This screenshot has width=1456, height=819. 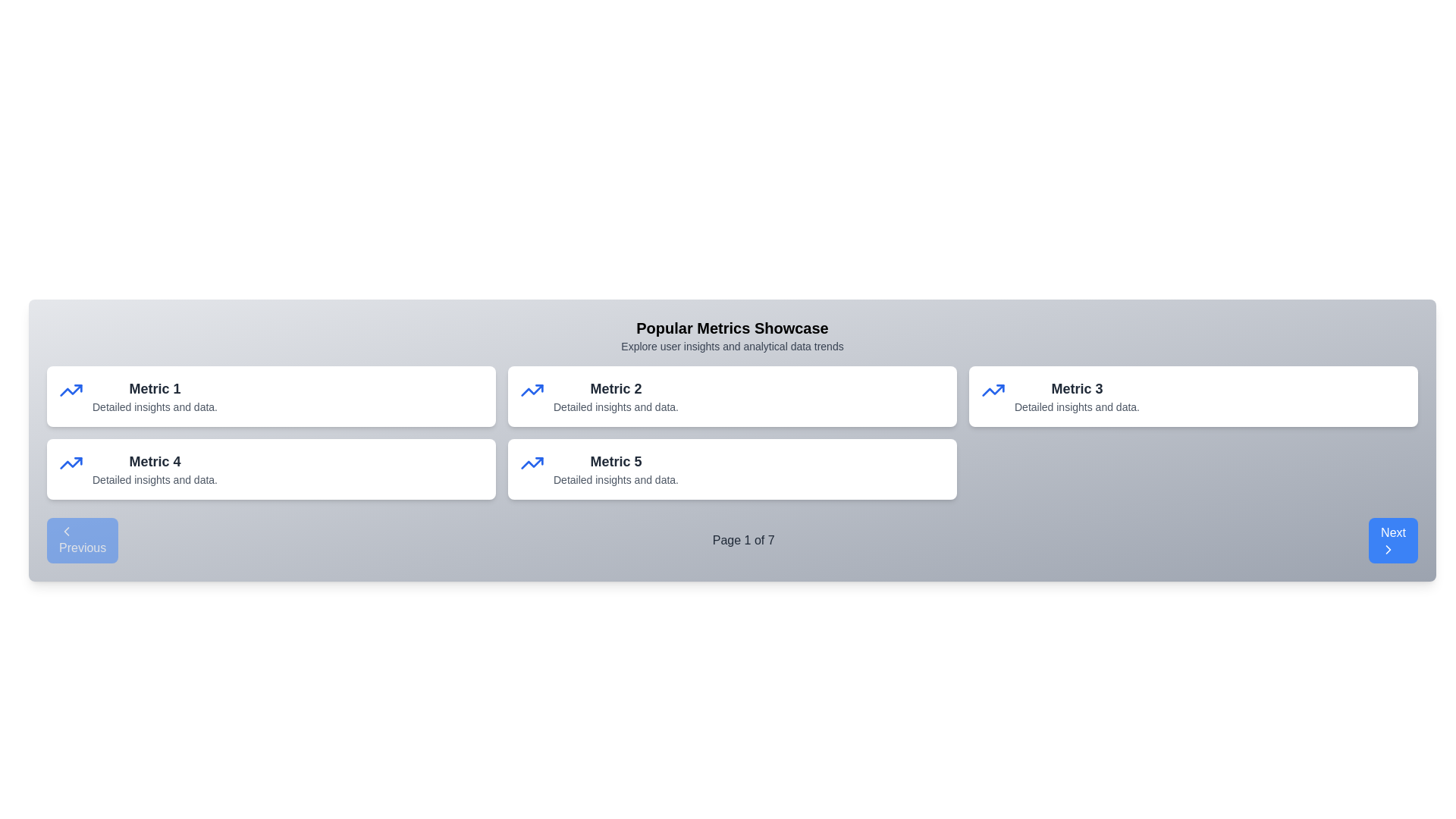 I want to click on the Informational Card displaying 'Metric 2', positioned in the middle of the top row of the grid layout, so click(x=732, y=396).